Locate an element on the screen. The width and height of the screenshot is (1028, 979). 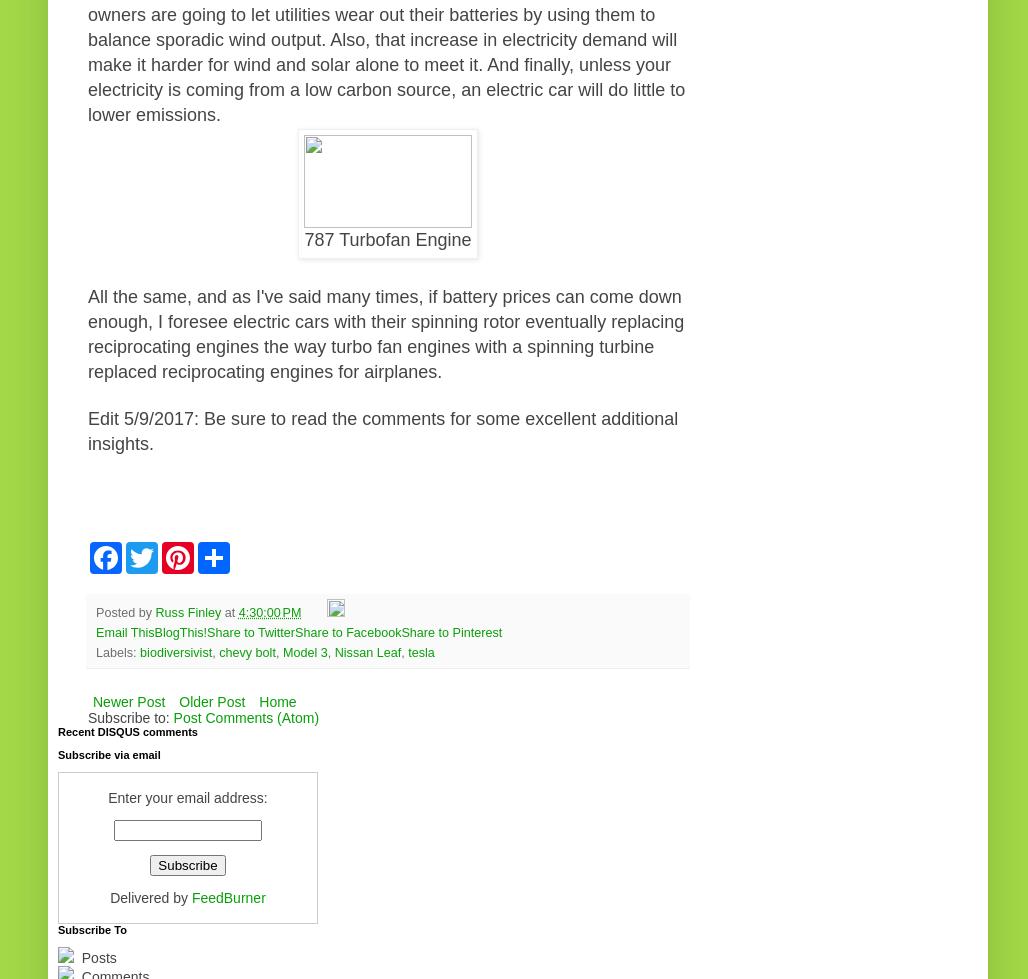
'Labels:' is located at coordinates (117, 651).